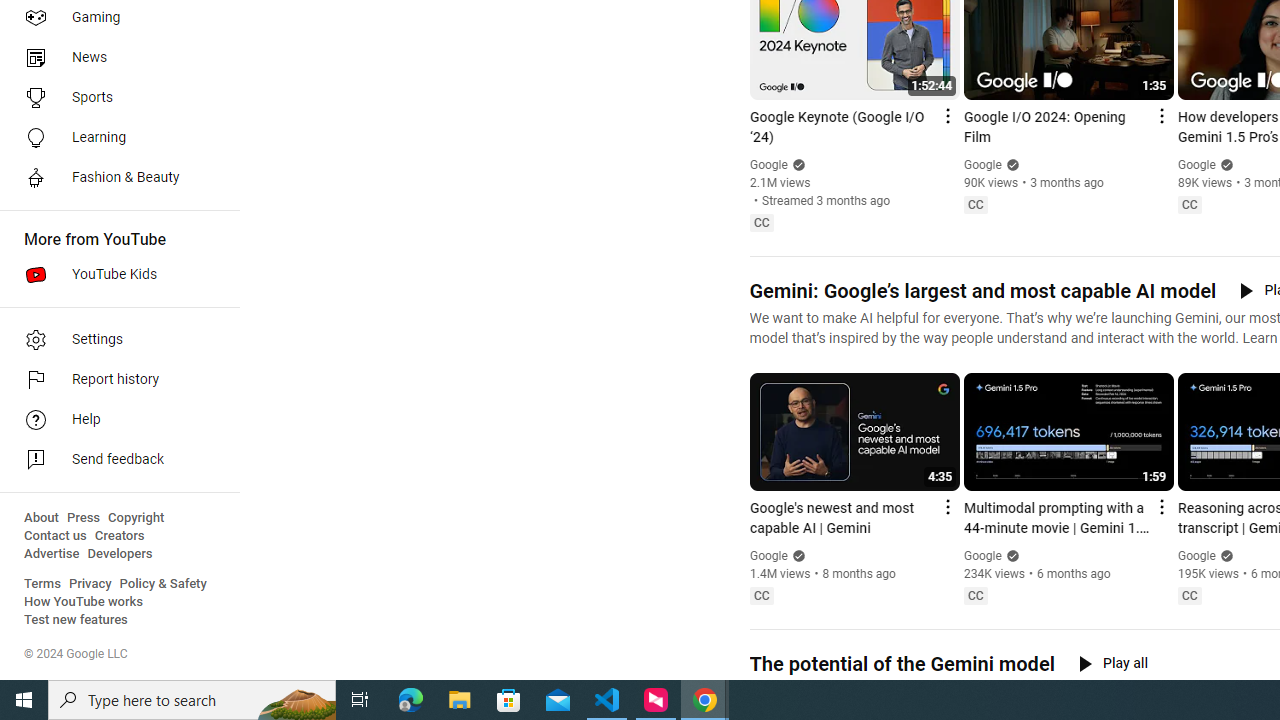  Describe the element at coordinates (55, 535) in the screenshot. I see `'Contact us'` at that location.